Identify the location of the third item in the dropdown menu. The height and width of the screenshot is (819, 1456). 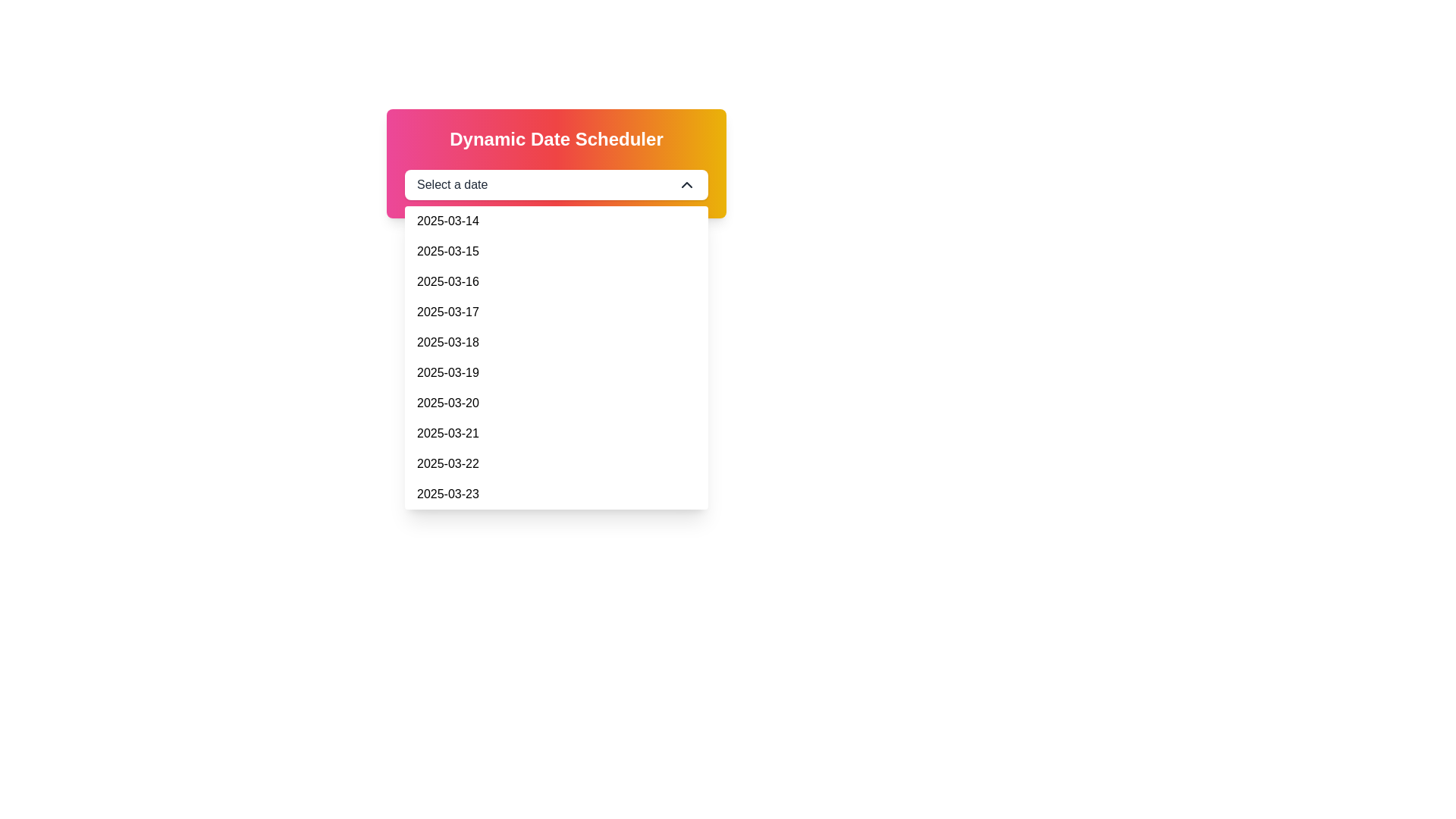
(556, 281).